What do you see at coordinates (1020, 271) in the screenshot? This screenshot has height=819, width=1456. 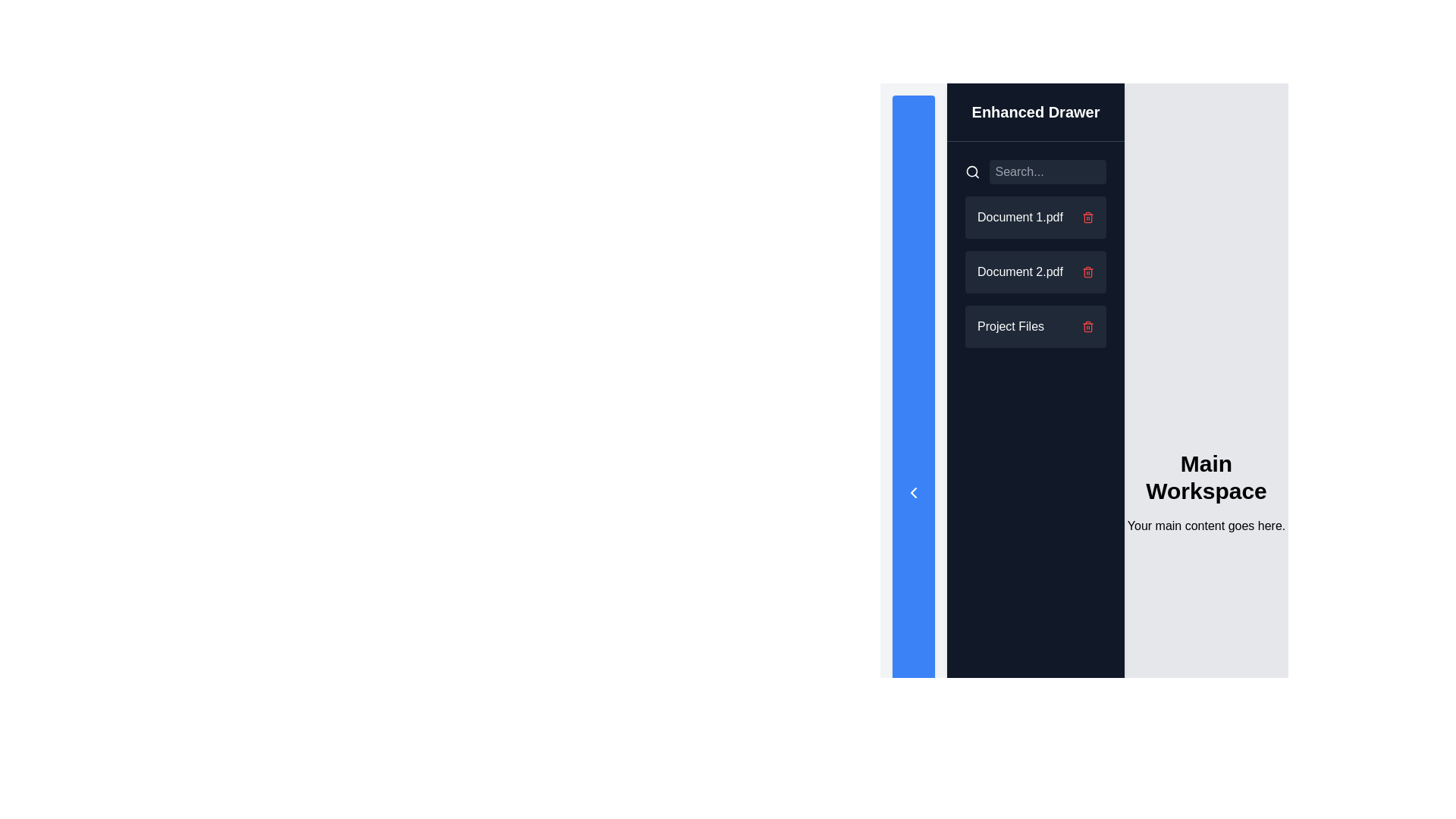 I see `the static text label displaying 'Document 2.pdf' in the Enhanced Drawer sidebar, positioned between 'Document 1.pdf' and 'Project Files'` at bounding box center [1020, 271].